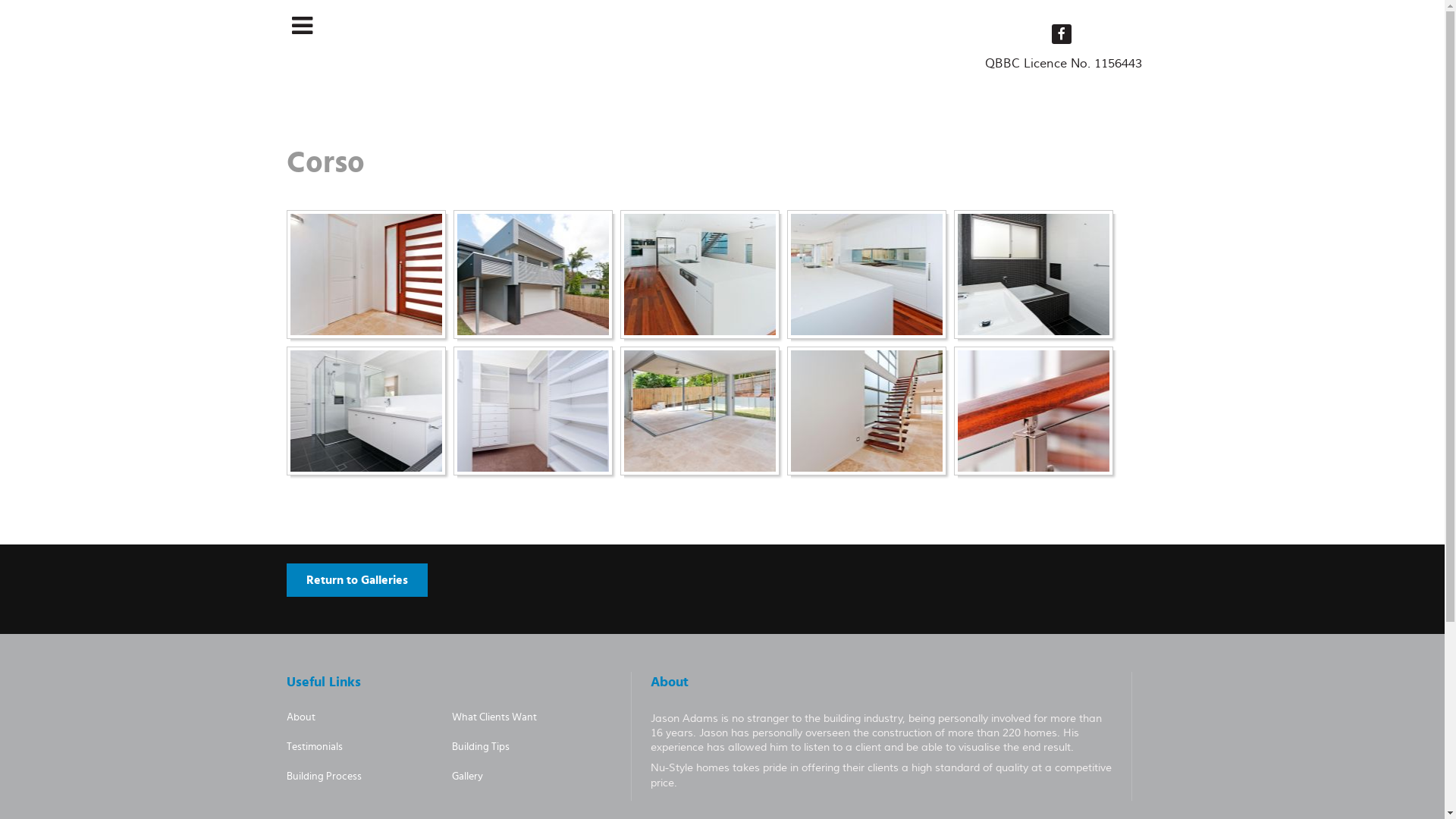  What do you see at coordinates (301, 717) in the screenshot?
I see `'About'` at bounding box center [301, 717].